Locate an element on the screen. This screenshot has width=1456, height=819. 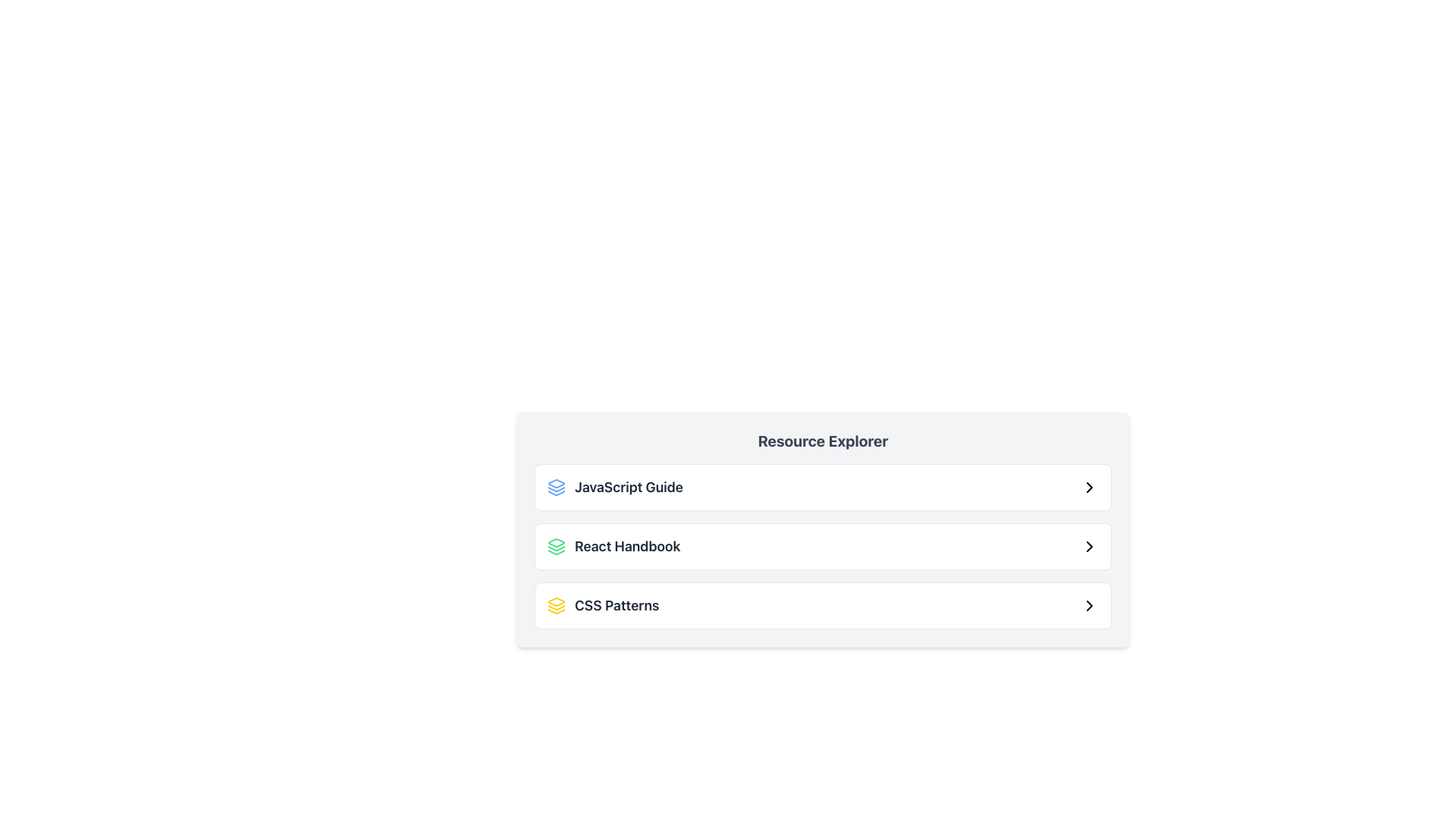
the prominent text label reading 'CSS Patterns' in the 'Resource Explorer' panel, which is the third item in the vertical stack and styled in bold, large-sized dark font is located at coordinates (617, 604).